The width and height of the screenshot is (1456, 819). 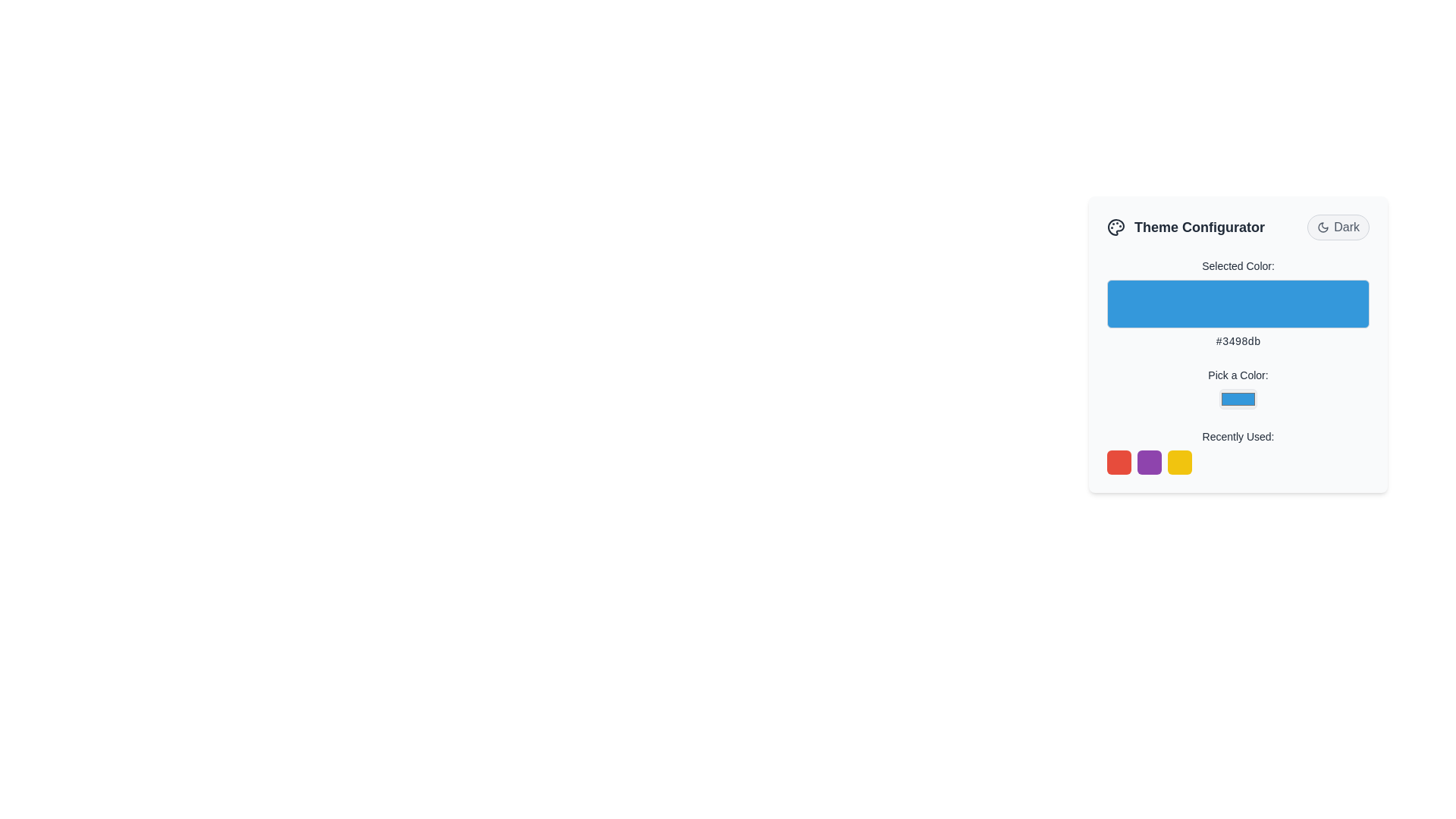 I want to click on the static text displaying the color code '#3498db', which is positioned below the color preview rectangle and labeled 'Selected Color:', so click(x=1238, y=342).